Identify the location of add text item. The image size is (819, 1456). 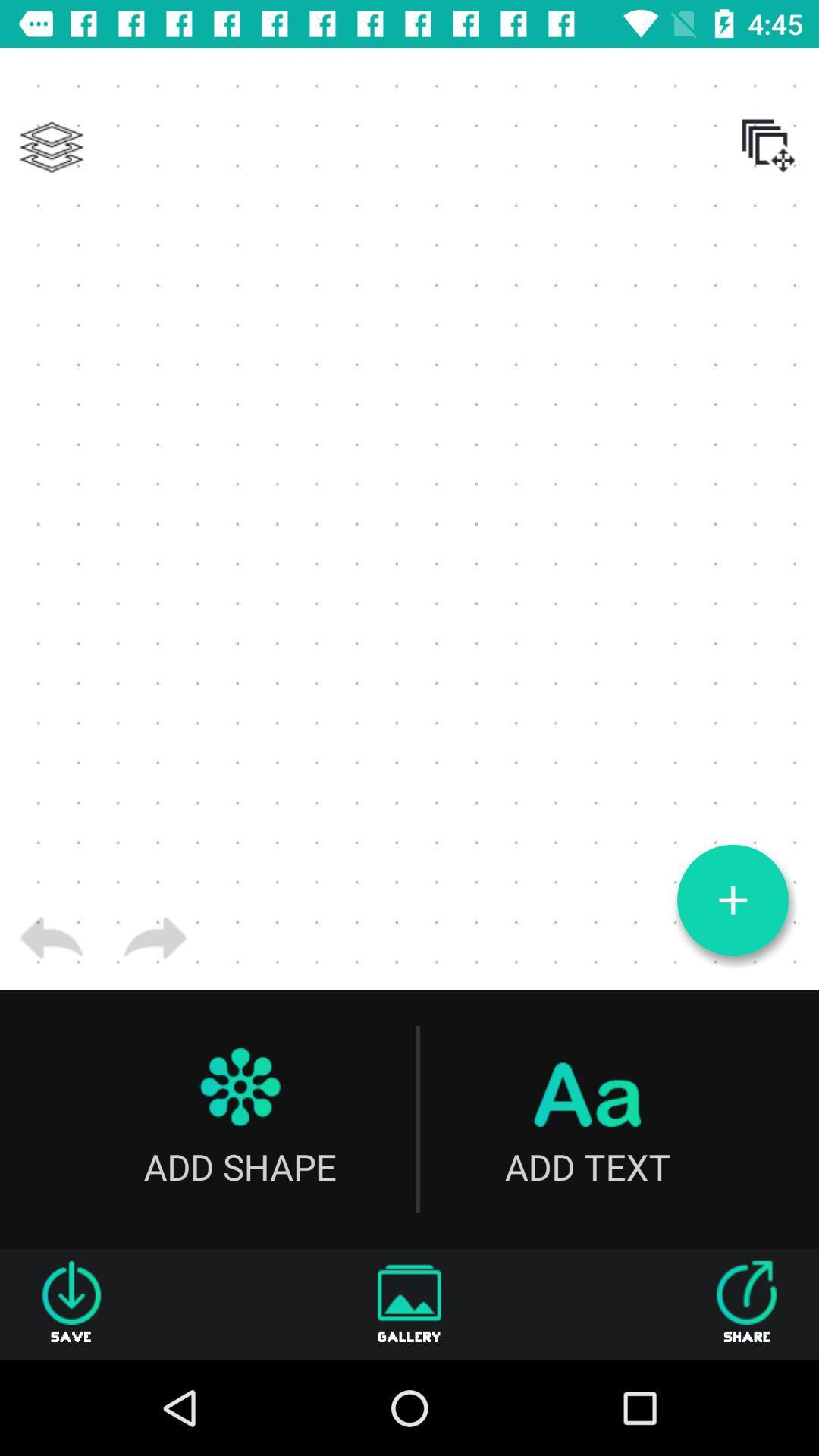
(586, 1119).